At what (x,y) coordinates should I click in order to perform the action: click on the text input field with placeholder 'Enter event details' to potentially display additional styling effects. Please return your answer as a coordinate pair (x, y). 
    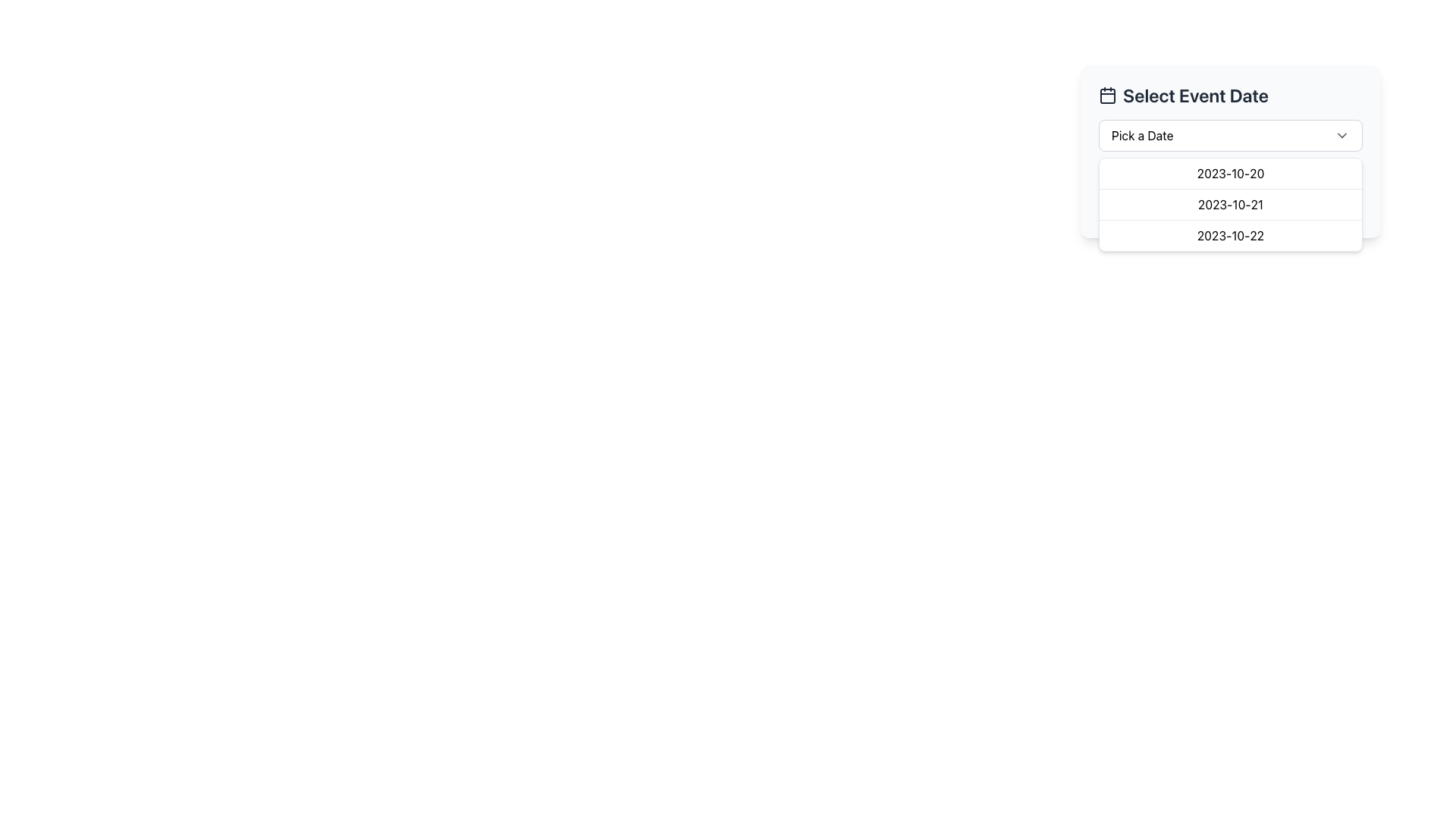
    Looking at the image, I should click on (1230, 203).